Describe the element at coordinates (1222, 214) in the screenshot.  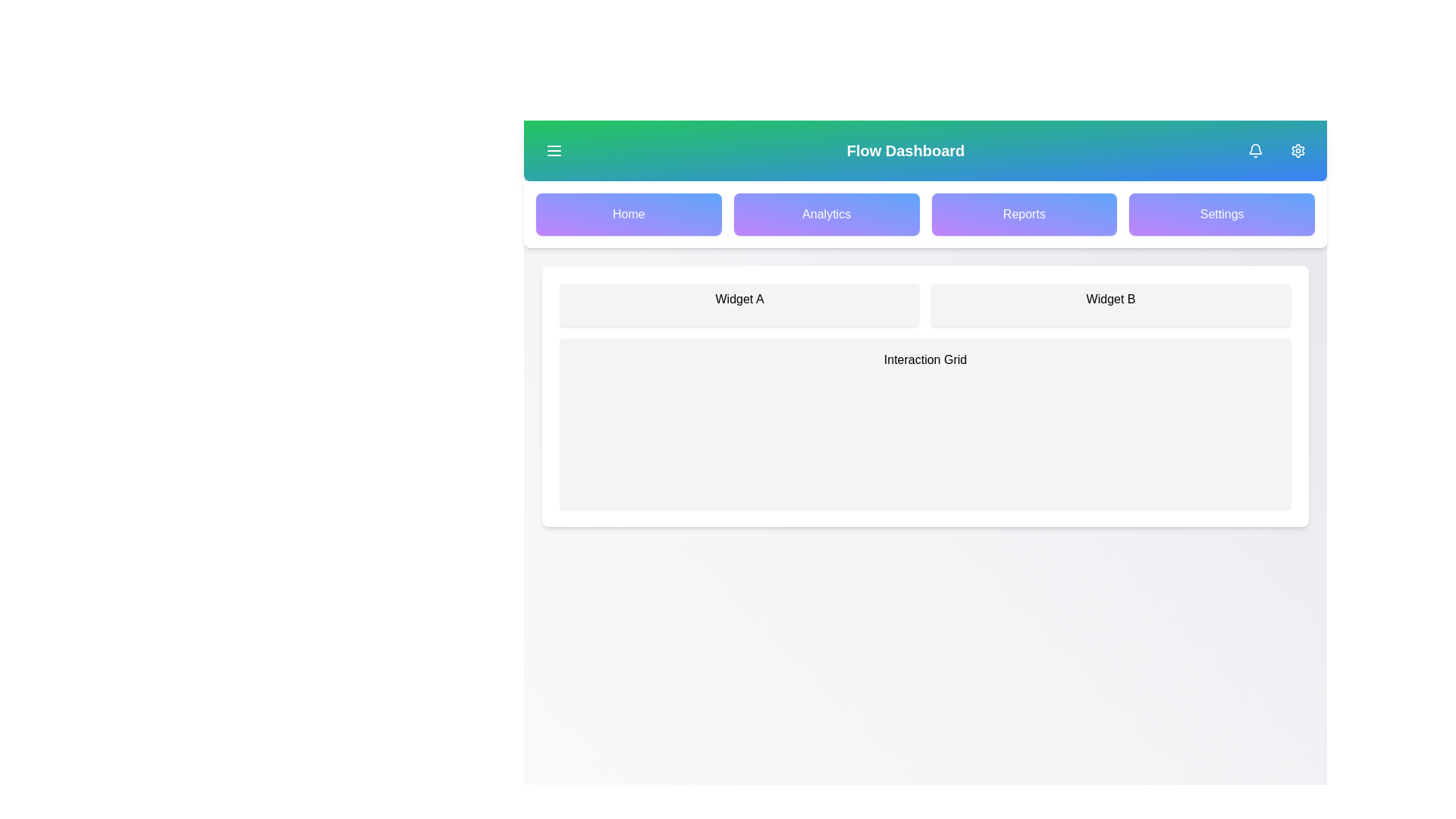
I see `the navigation button for Settings to navigate to the respective section` at that location.